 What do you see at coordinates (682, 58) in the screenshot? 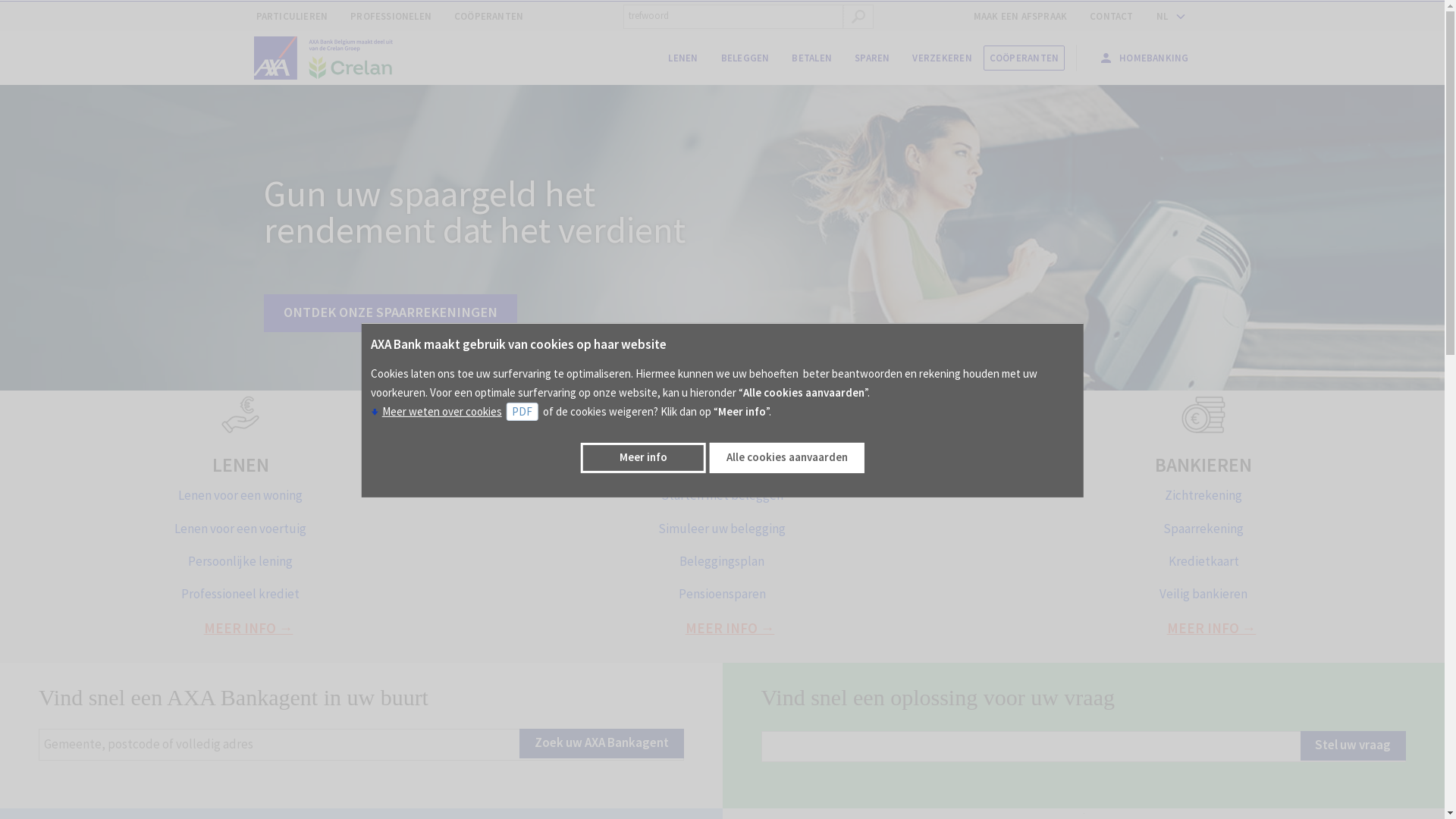
I see `'LENEN'` at bounding box center [682, 58].